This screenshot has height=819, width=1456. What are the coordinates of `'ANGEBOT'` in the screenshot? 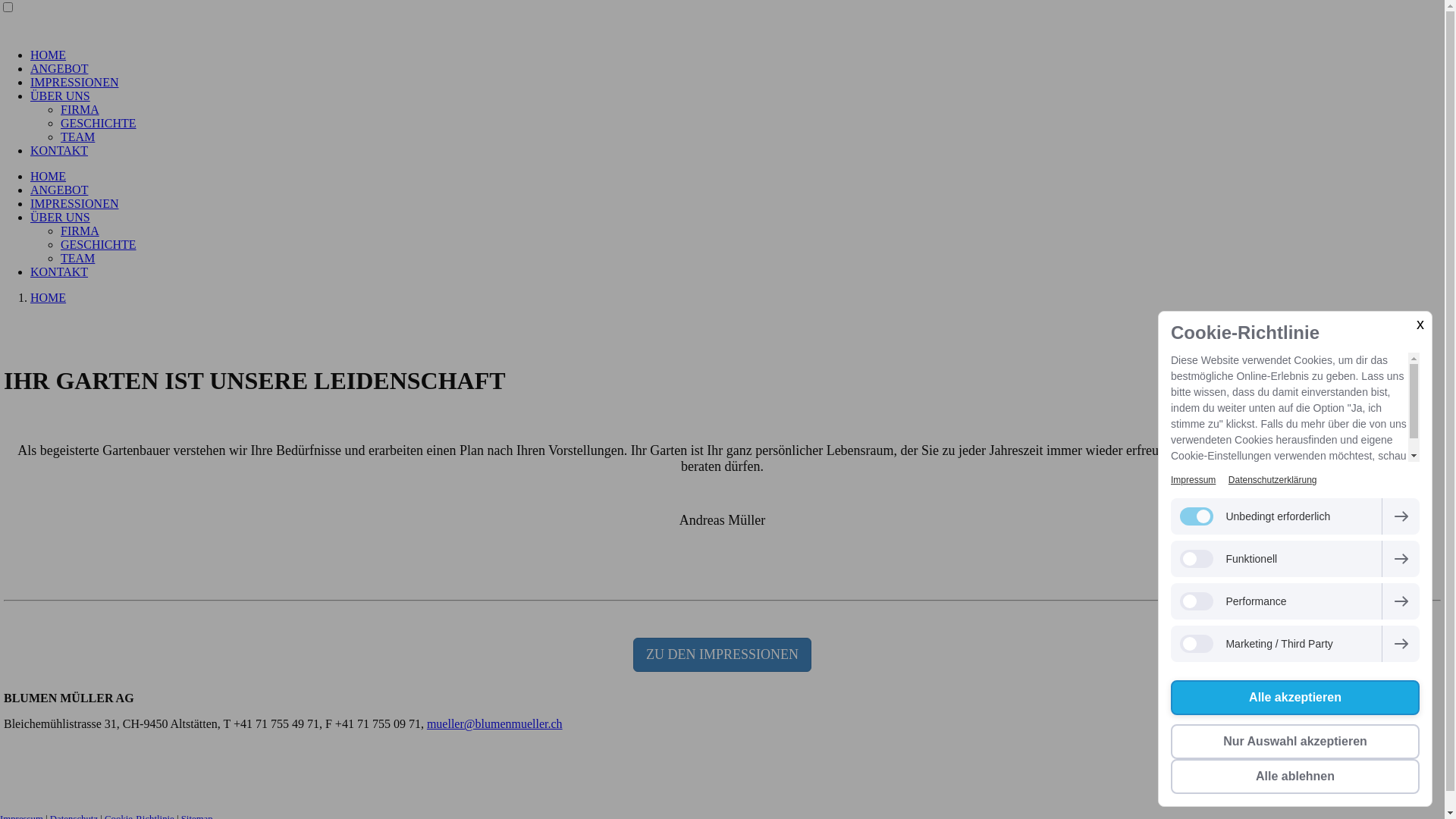 It's located at (58, 189).